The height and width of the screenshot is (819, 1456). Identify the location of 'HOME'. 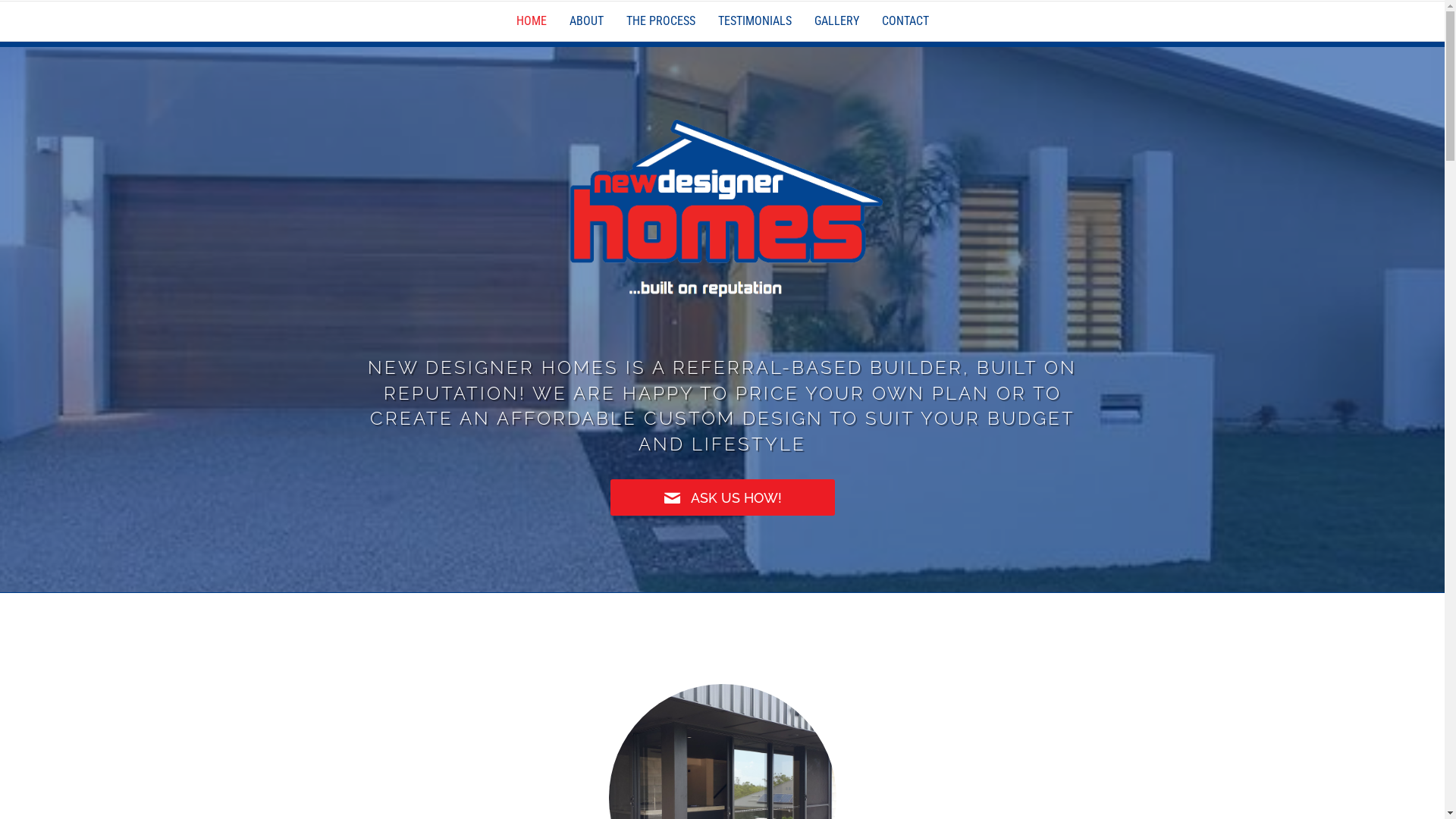
(531, 20).